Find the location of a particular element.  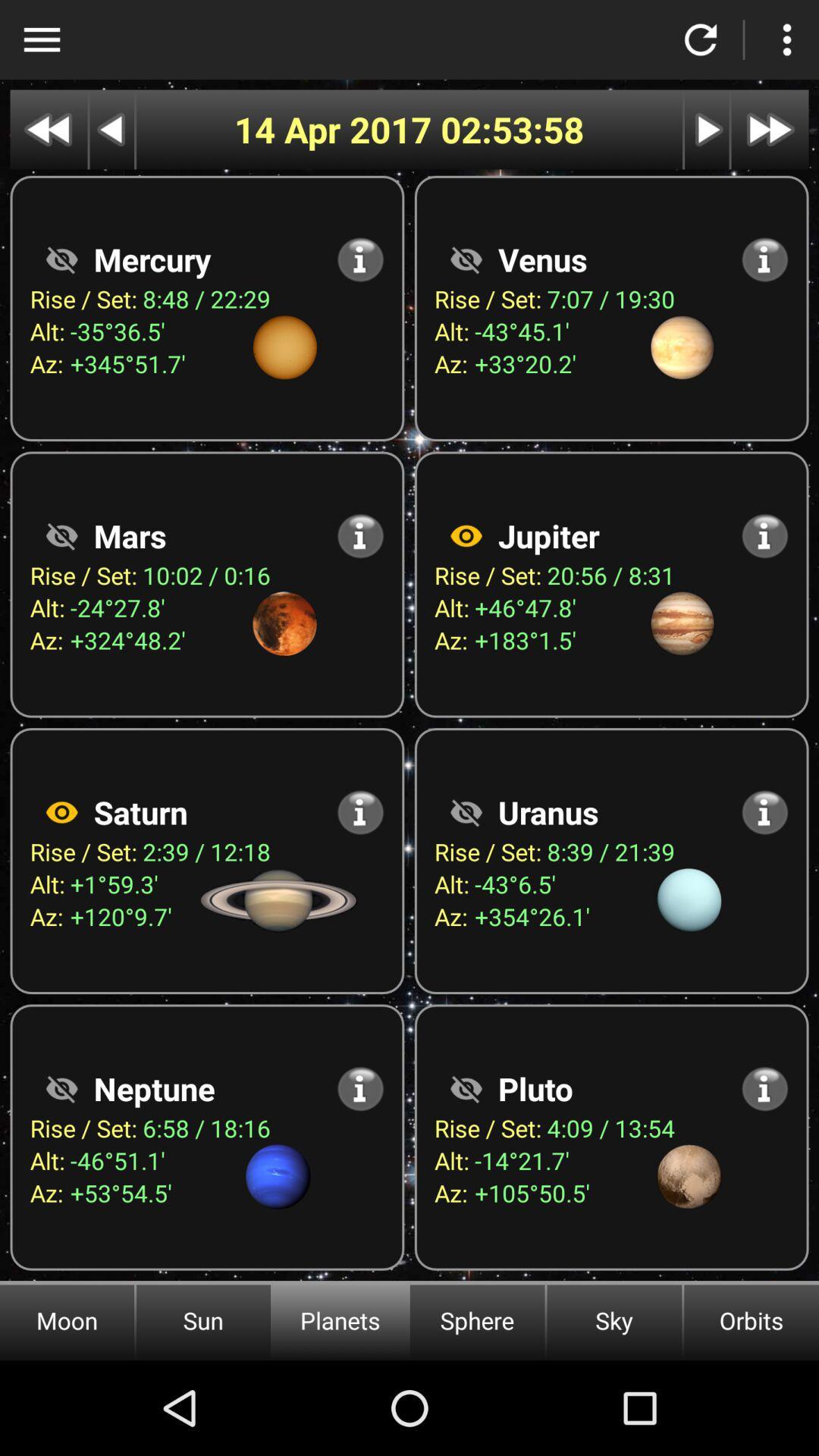

the visibility icon is located at coordinates (61, 259).